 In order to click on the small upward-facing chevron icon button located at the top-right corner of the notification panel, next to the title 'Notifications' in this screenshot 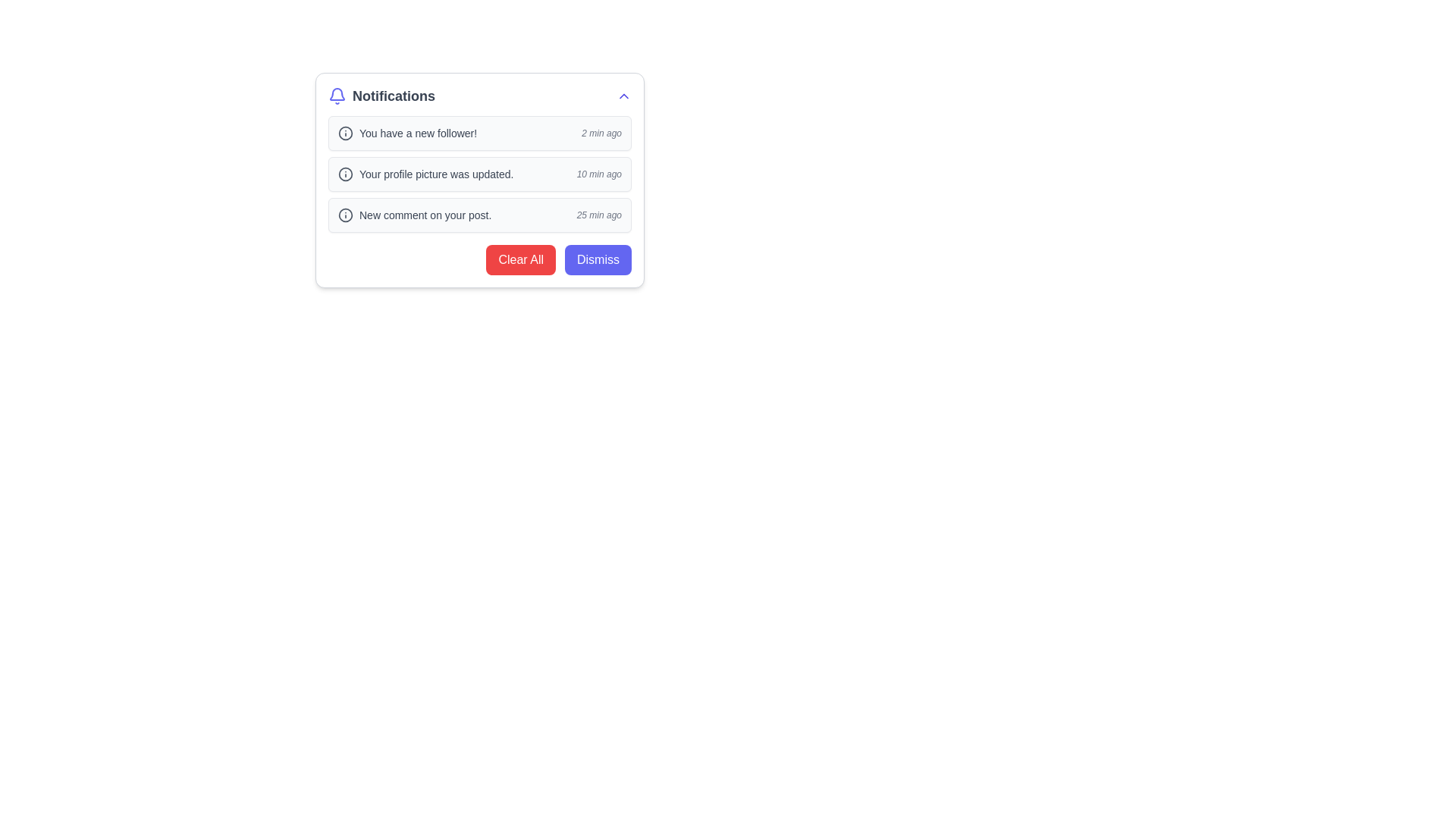, I will do `click(623, 96)`.